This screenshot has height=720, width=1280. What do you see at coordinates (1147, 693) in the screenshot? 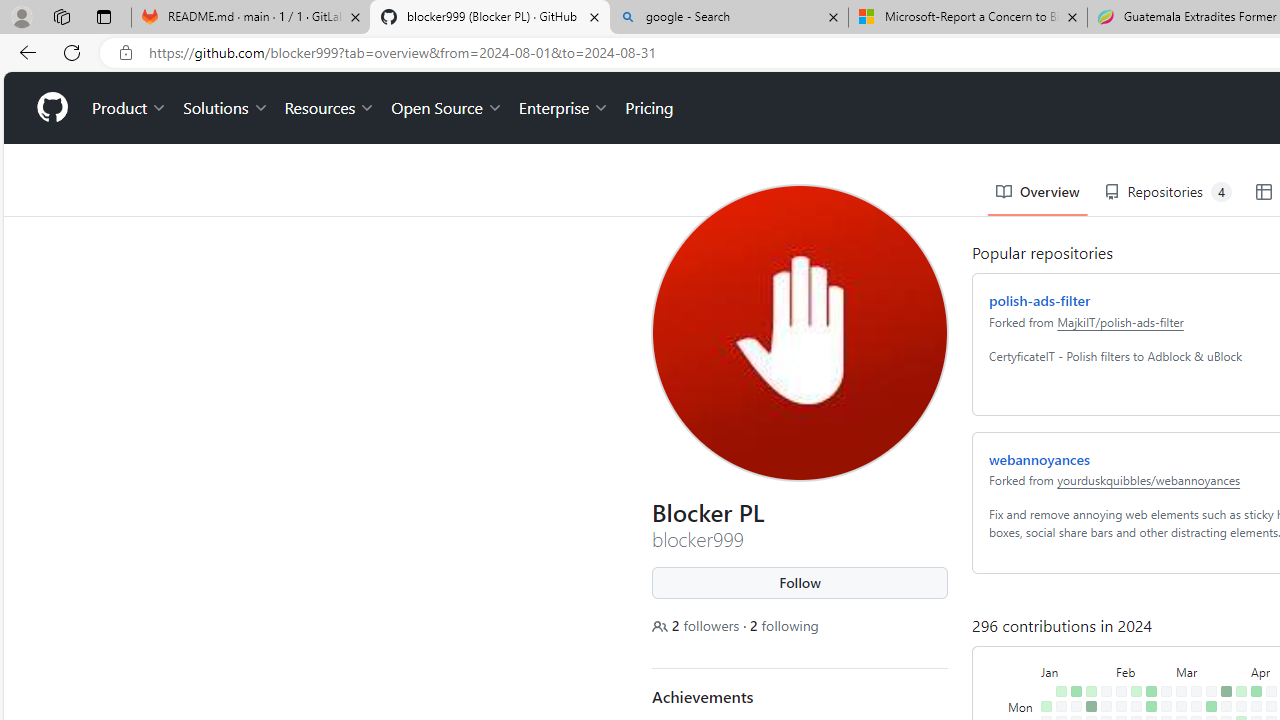
I see `'1 contribution on February 23rd.'` at bounding box center [1147, 693].